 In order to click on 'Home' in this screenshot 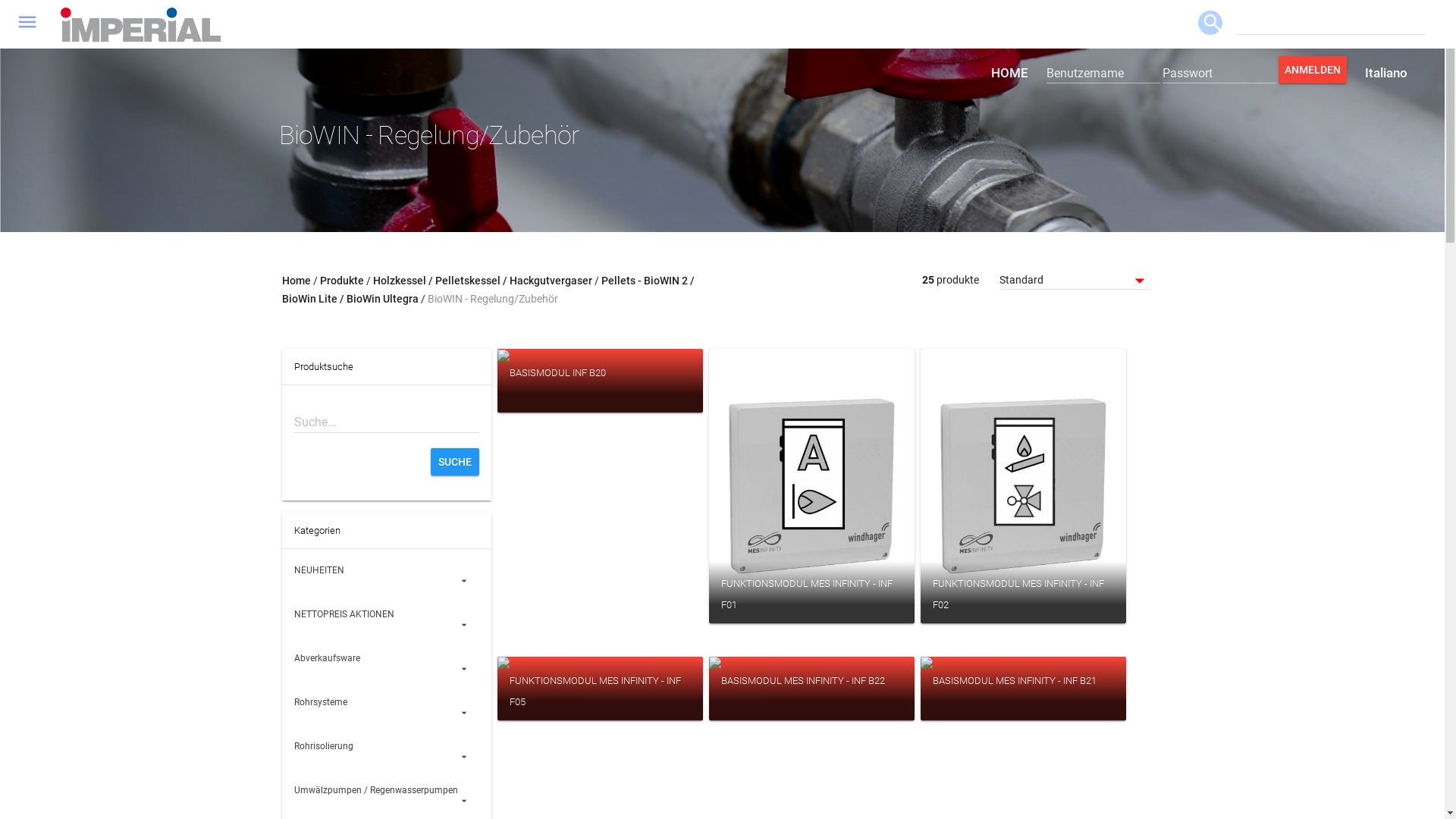, I will do `click(296, 281)`.